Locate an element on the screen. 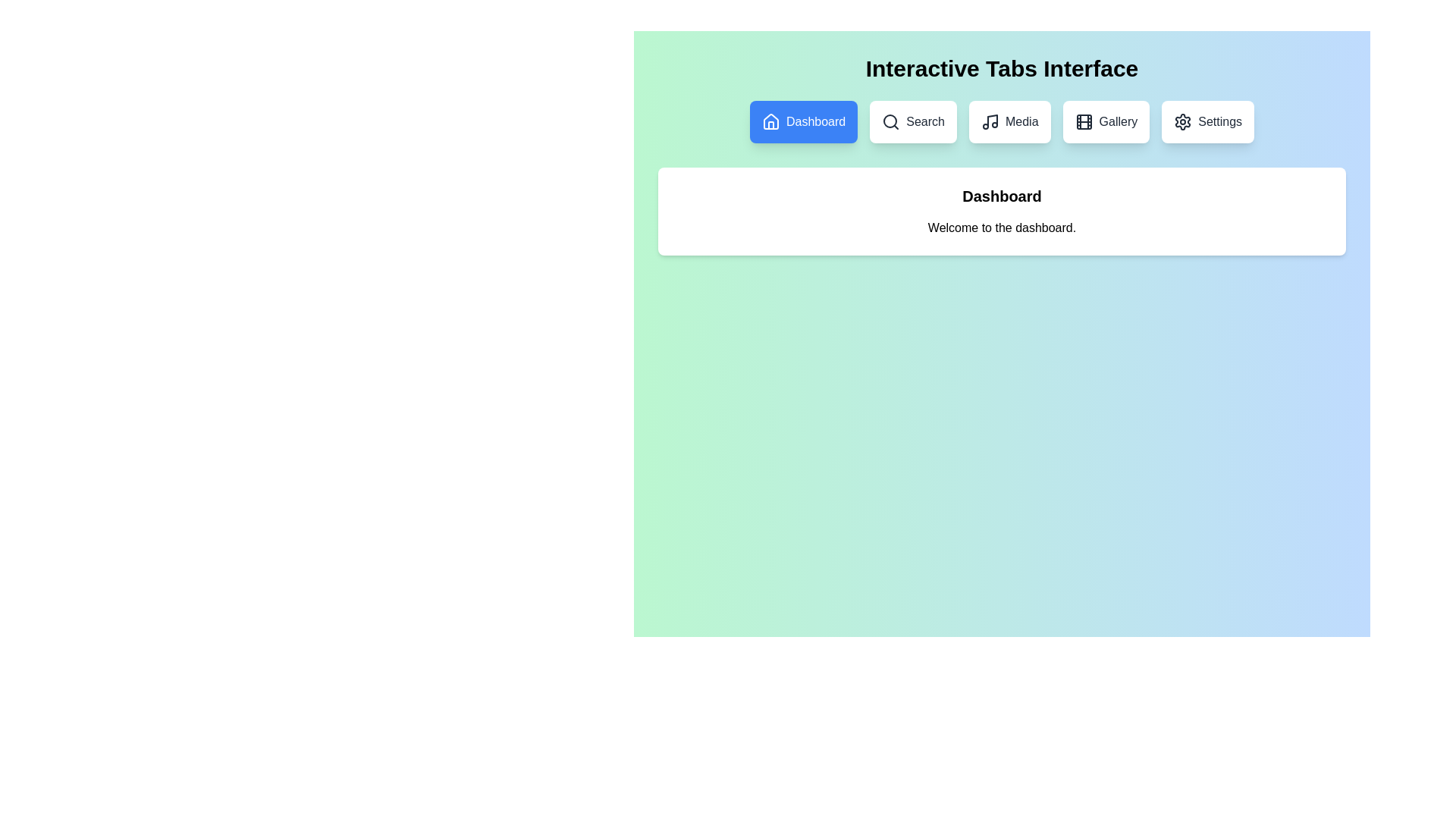  the 'Settings' button, which is a rectangular button with rounded corners featuring a gear icon and black text on a white background, located to the right of the 'Gallery' button is located at coordinates (1207, 121).